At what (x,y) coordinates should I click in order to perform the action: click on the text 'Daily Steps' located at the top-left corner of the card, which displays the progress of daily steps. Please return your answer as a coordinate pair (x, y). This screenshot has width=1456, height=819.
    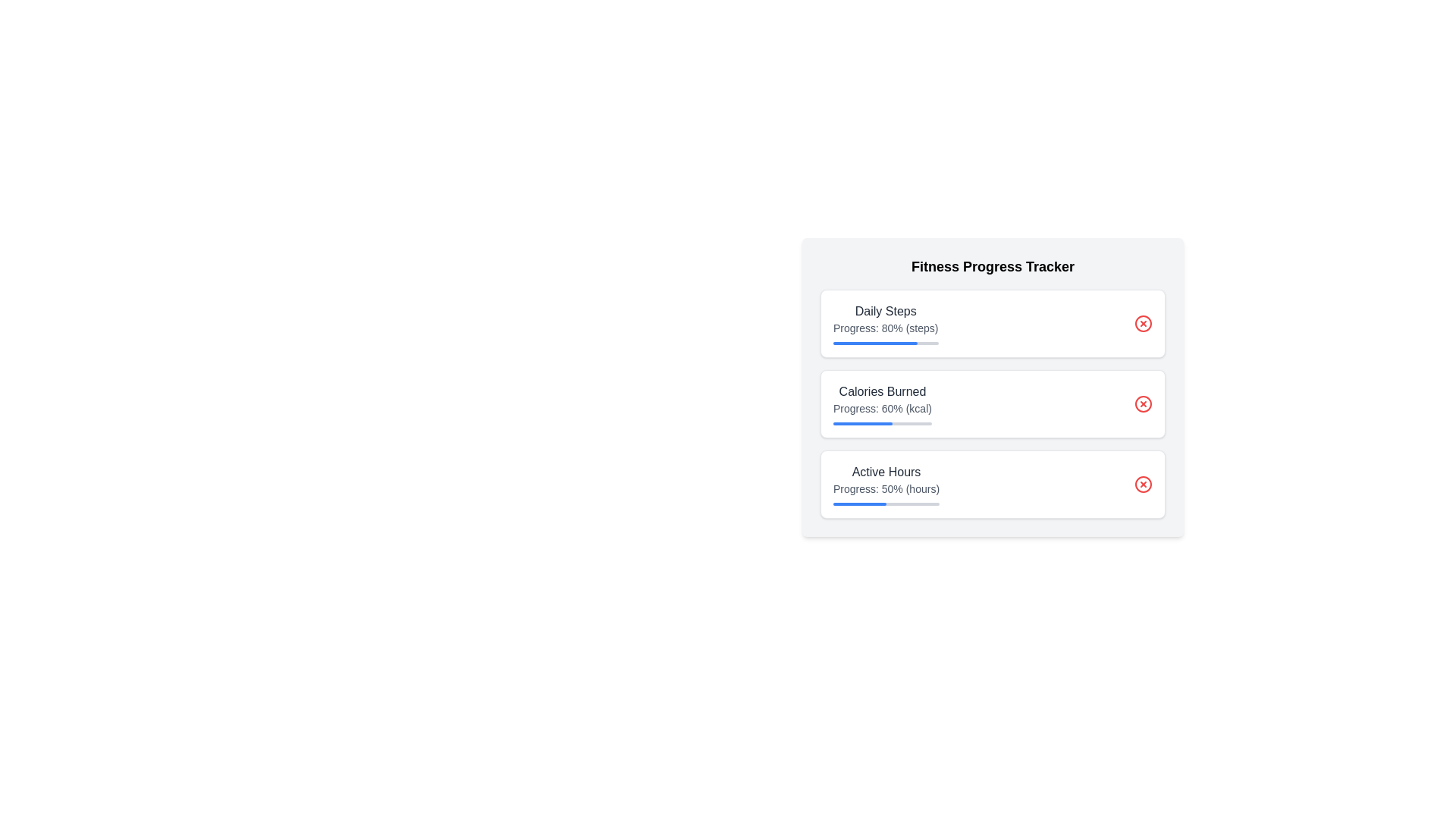
    Looking at the image, I should click on (886, 311).